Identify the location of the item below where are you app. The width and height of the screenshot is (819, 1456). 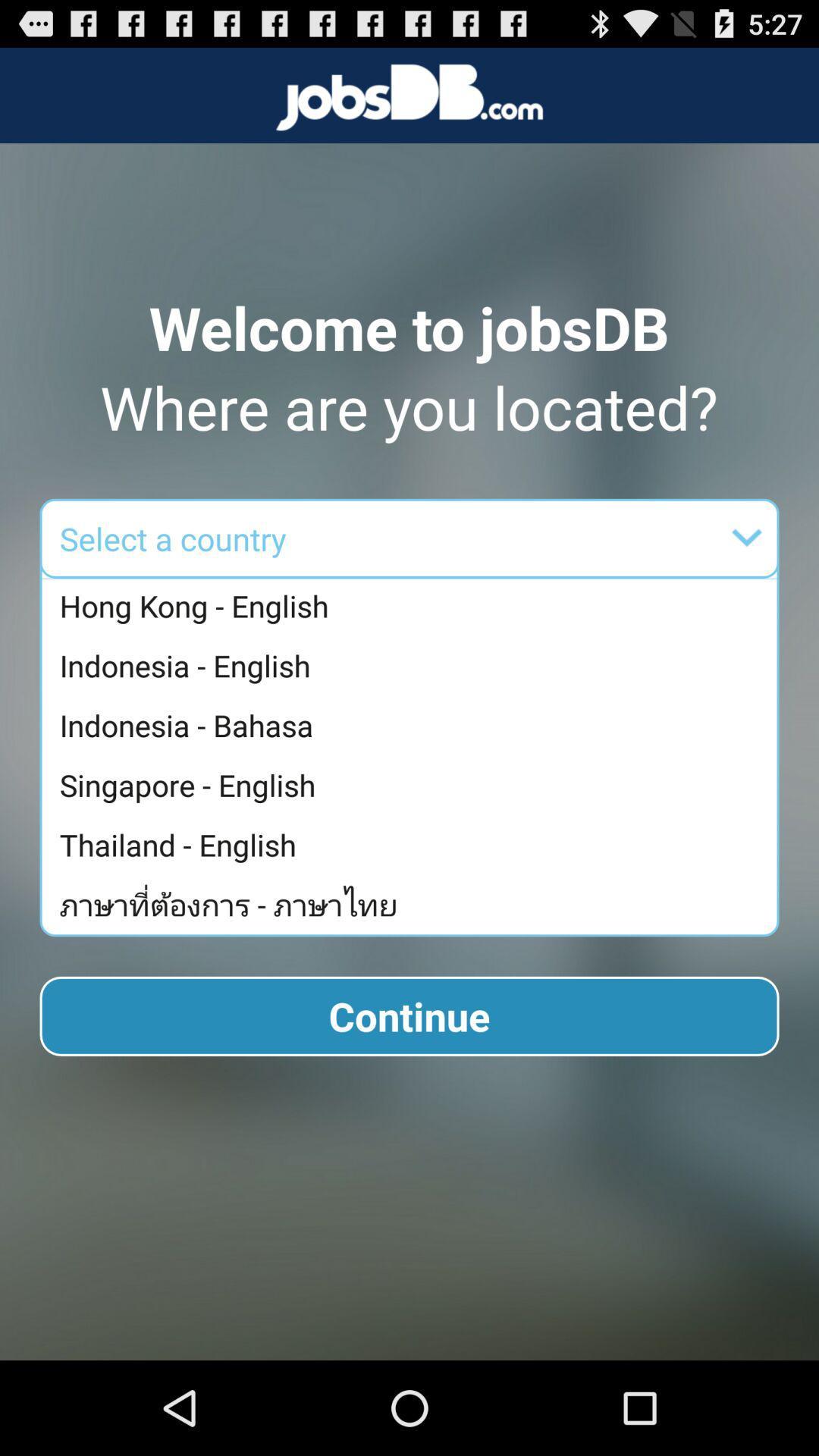
(507, 538).